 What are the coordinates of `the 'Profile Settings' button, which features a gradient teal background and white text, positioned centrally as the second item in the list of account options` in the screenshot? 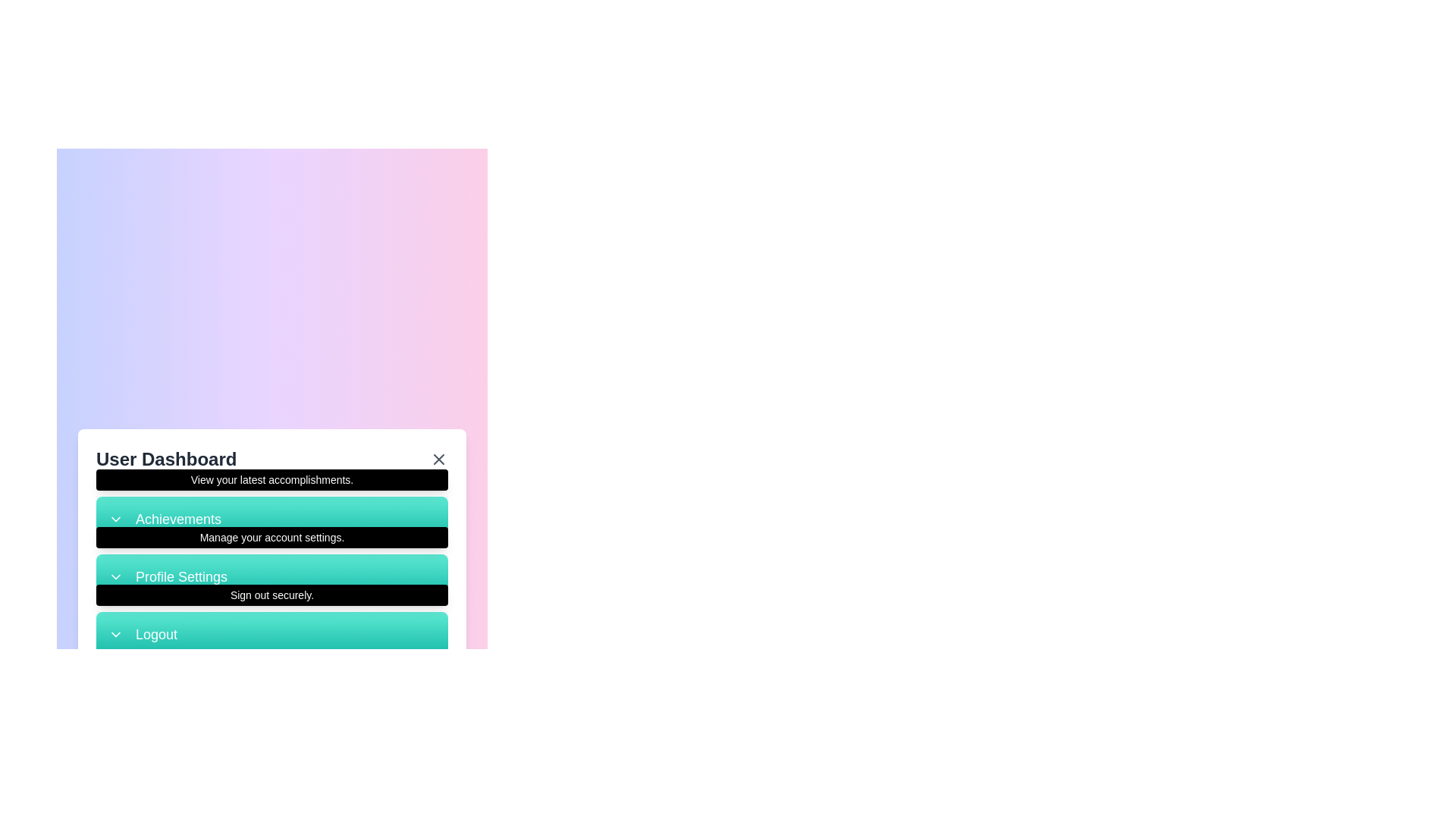 It's located at (272, 576).